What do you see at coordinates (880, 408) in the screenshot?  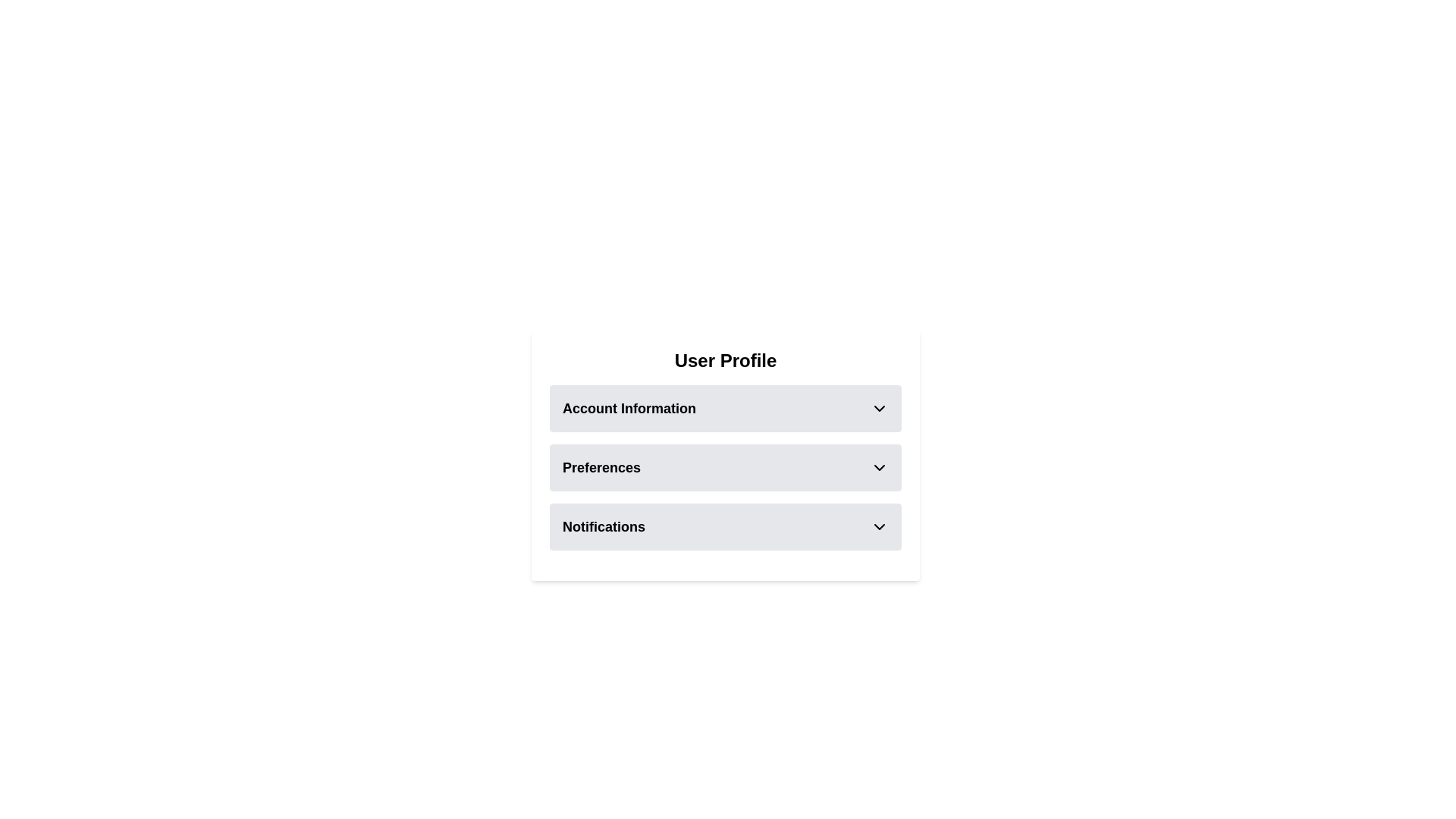 I see `the Dropdown trigger icon located at the far right of the header row for the 'Account Information' section` at bounding box center [880, 408].